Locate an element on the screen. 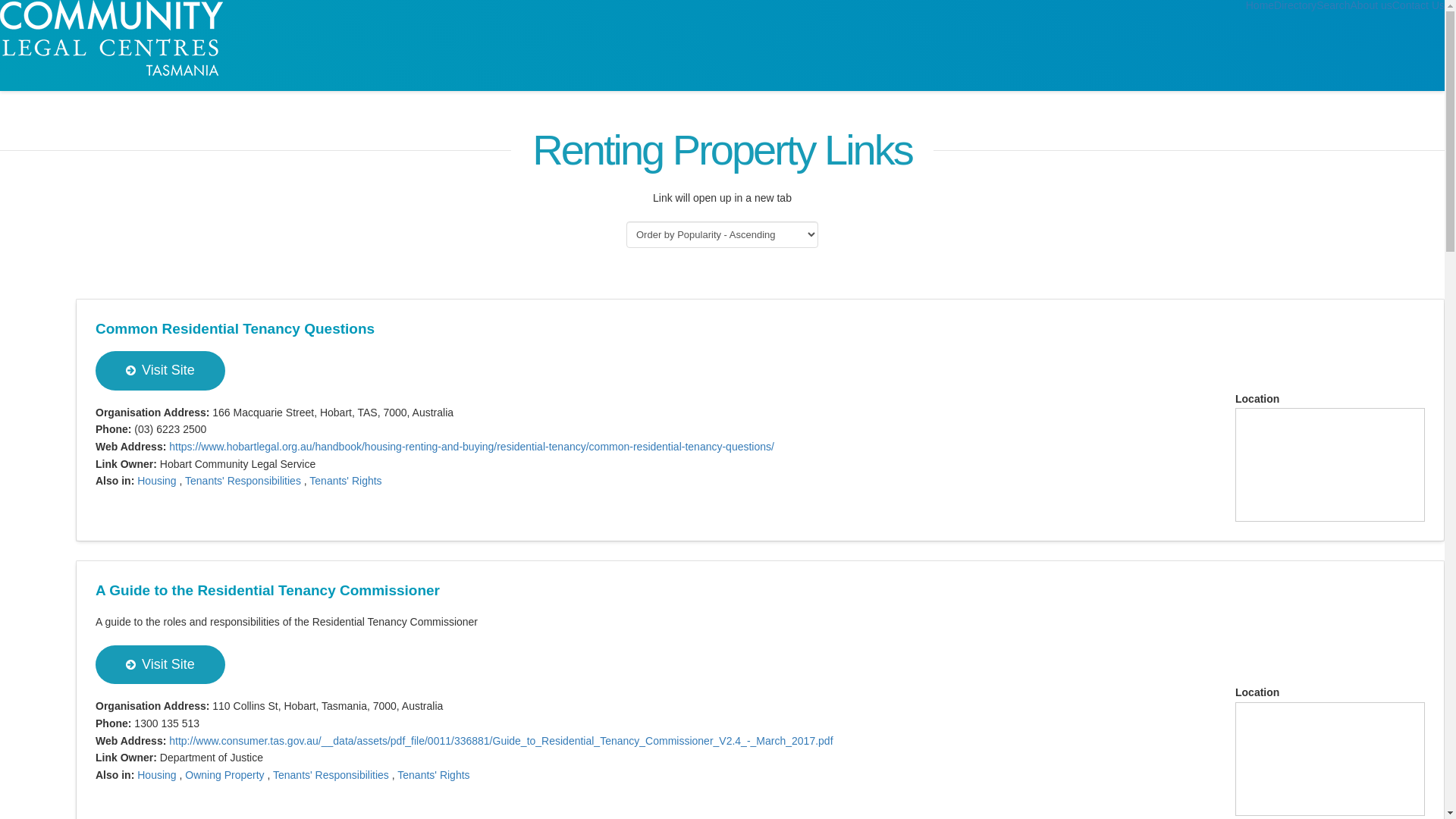  'About us' is located at coordinates (1350, 5).